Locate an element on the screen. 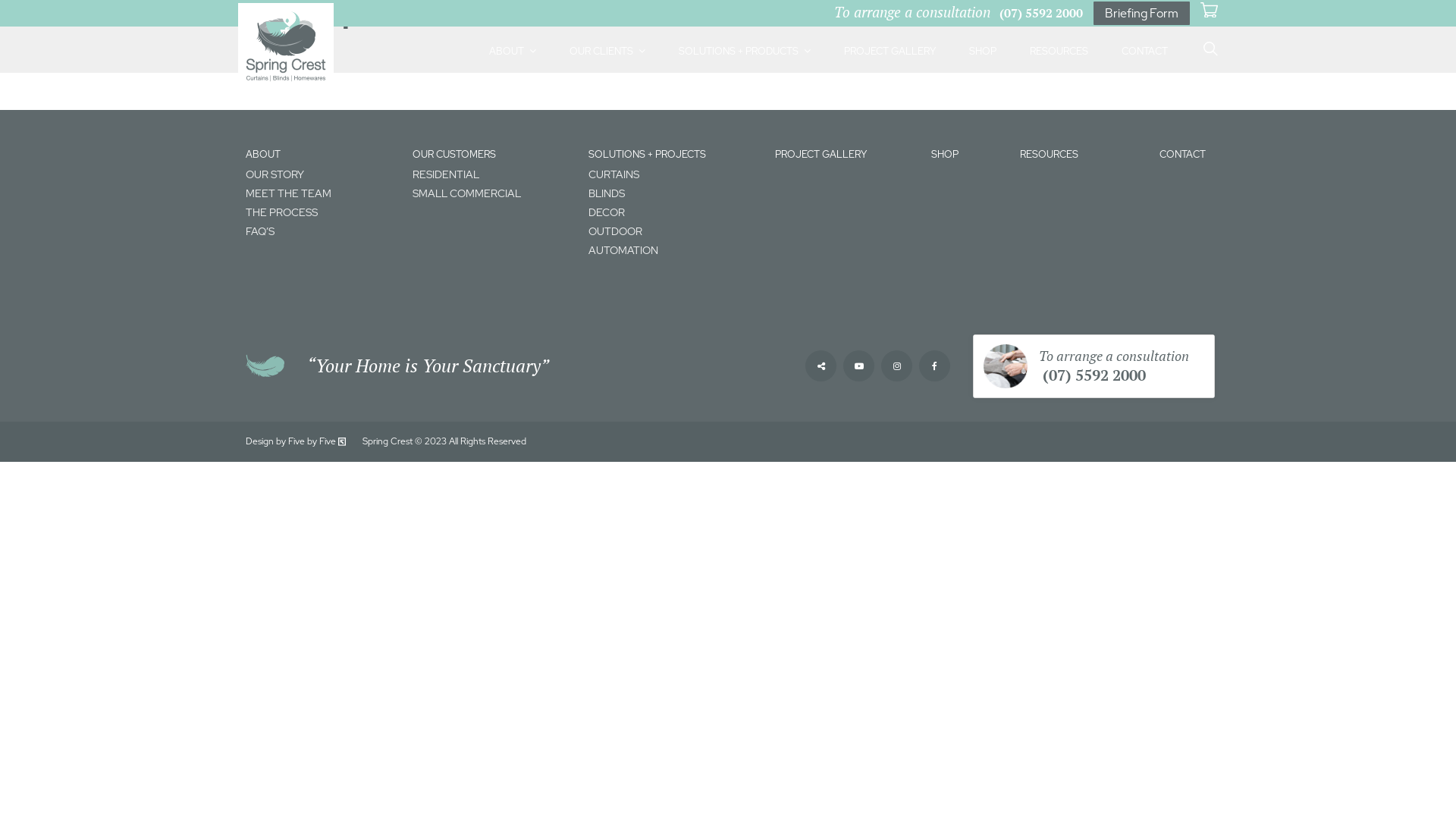 The height and width of the screenshot is (819, 1456). 'PROJECT GALLERY' is located at coordinates (820, 154).